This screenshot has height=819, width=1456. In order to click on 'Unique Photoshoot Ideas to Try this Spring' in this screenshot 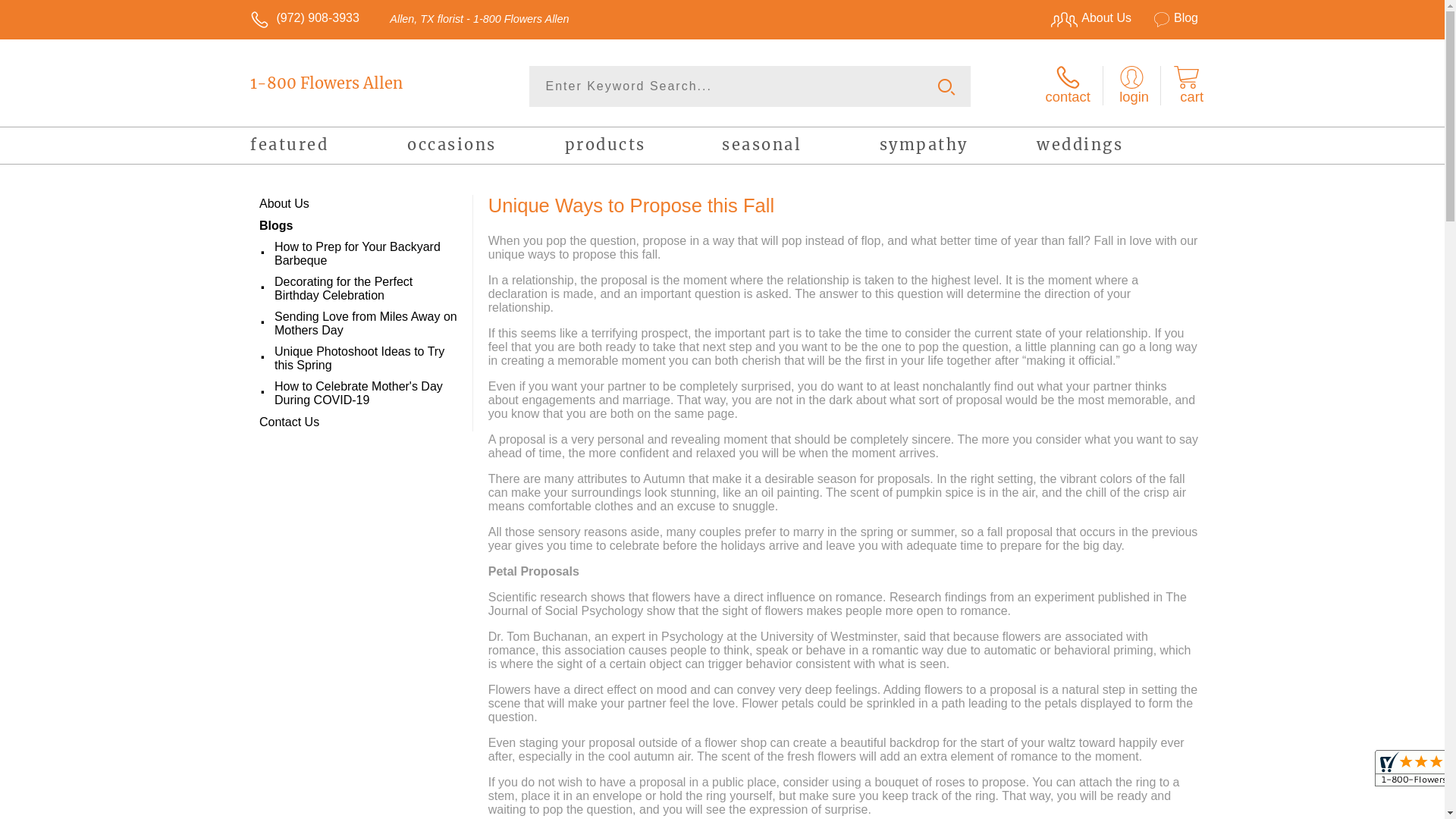, I will do `click(367, 359)`.